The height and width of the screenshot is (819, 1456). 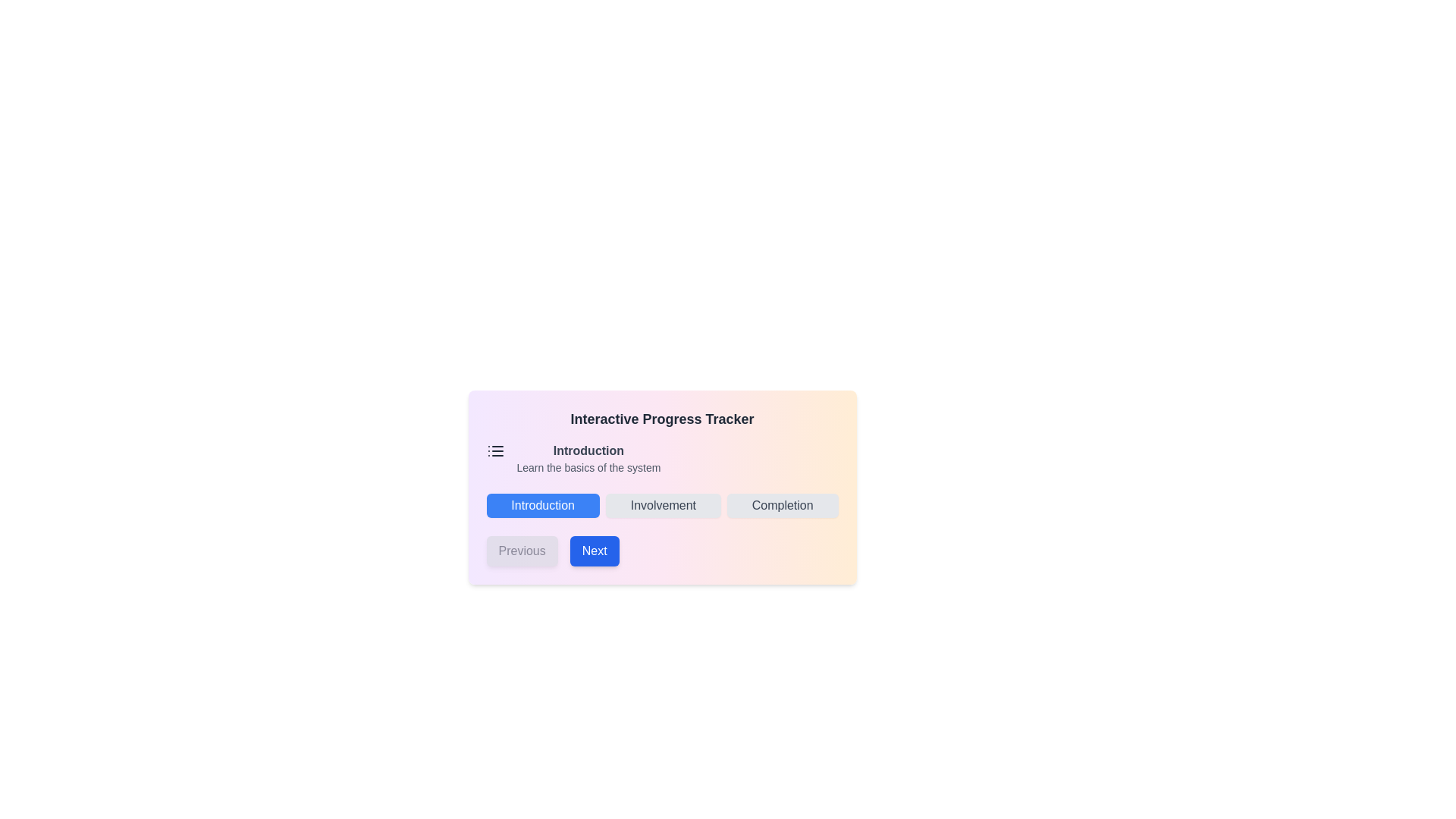 I want to click on the title and subtitle pair element labeled 'Introduction', which provides a brief overview and is positioned below a list-style icon and above the tabs labeled 'Introduction', 'Involvement', and 'Completion', so click(x=588, y=458).